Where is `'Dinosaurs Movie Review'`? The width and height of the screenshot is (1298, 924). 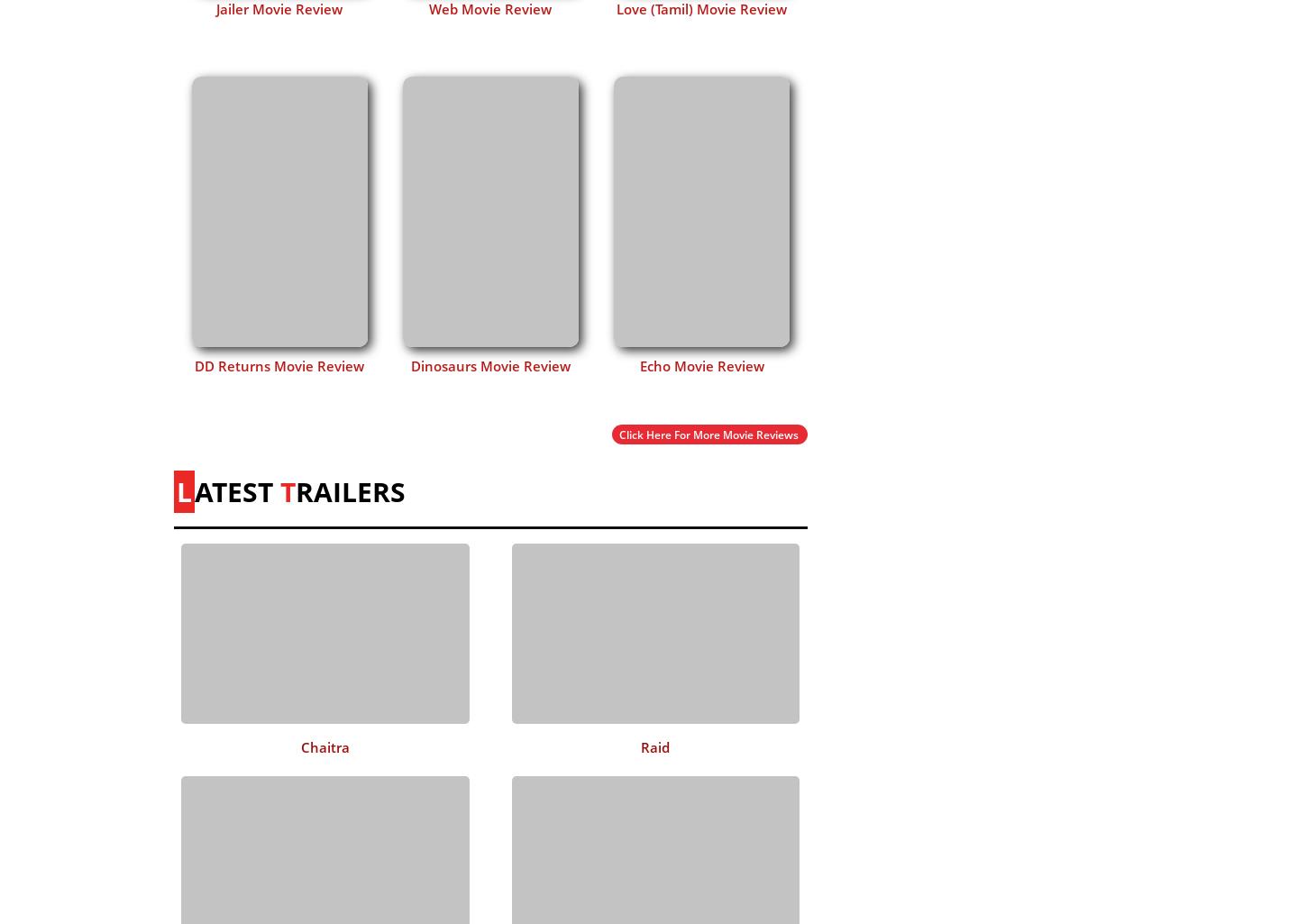
'Dinosaurs Movie Review' is located at coordinates (410, 364).